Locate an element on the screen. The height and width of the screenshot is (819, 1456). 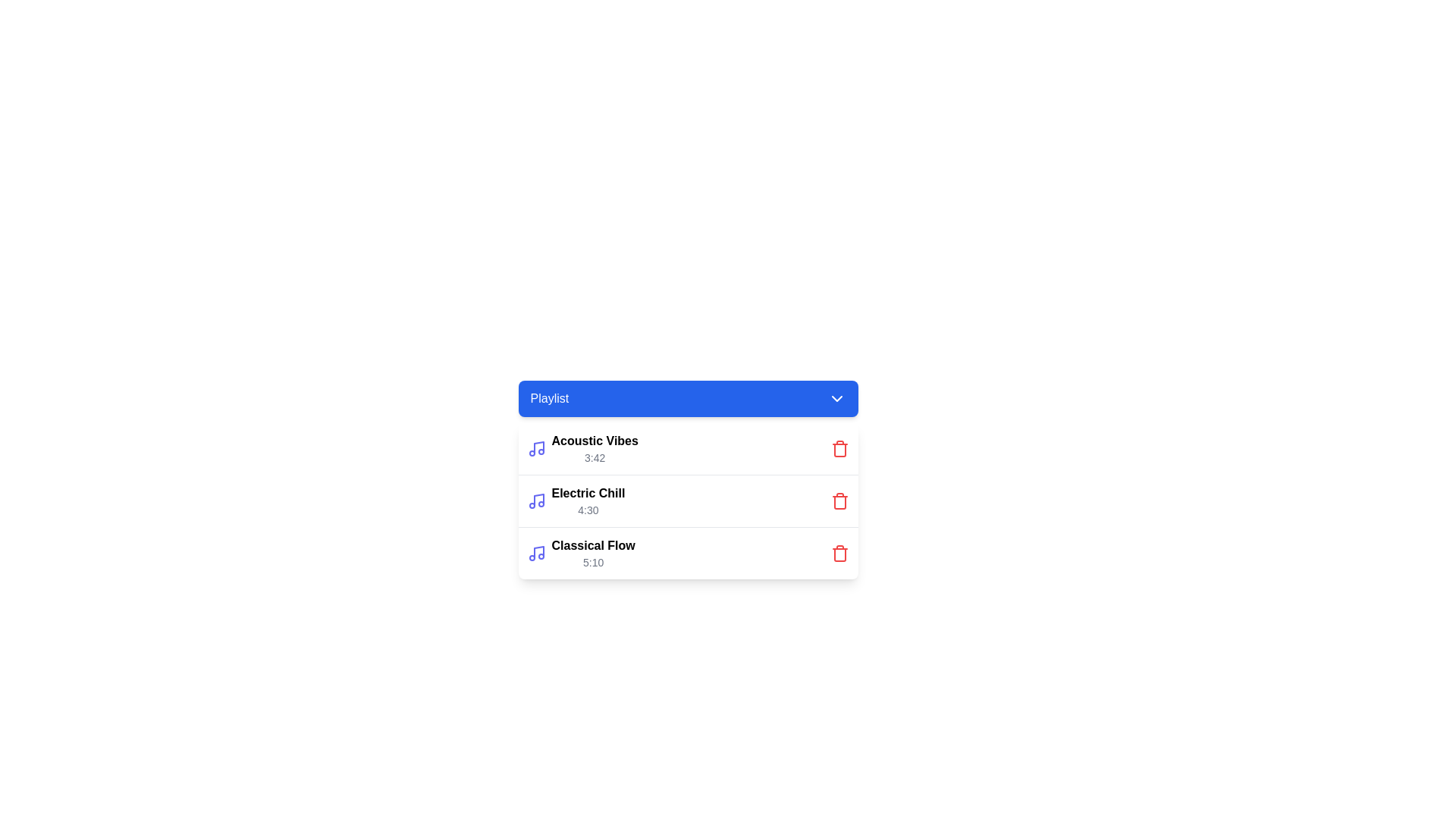
the downwards-pointing chevron icon located to the right of the text 'Playlist' is located at coordinates (836, 397).